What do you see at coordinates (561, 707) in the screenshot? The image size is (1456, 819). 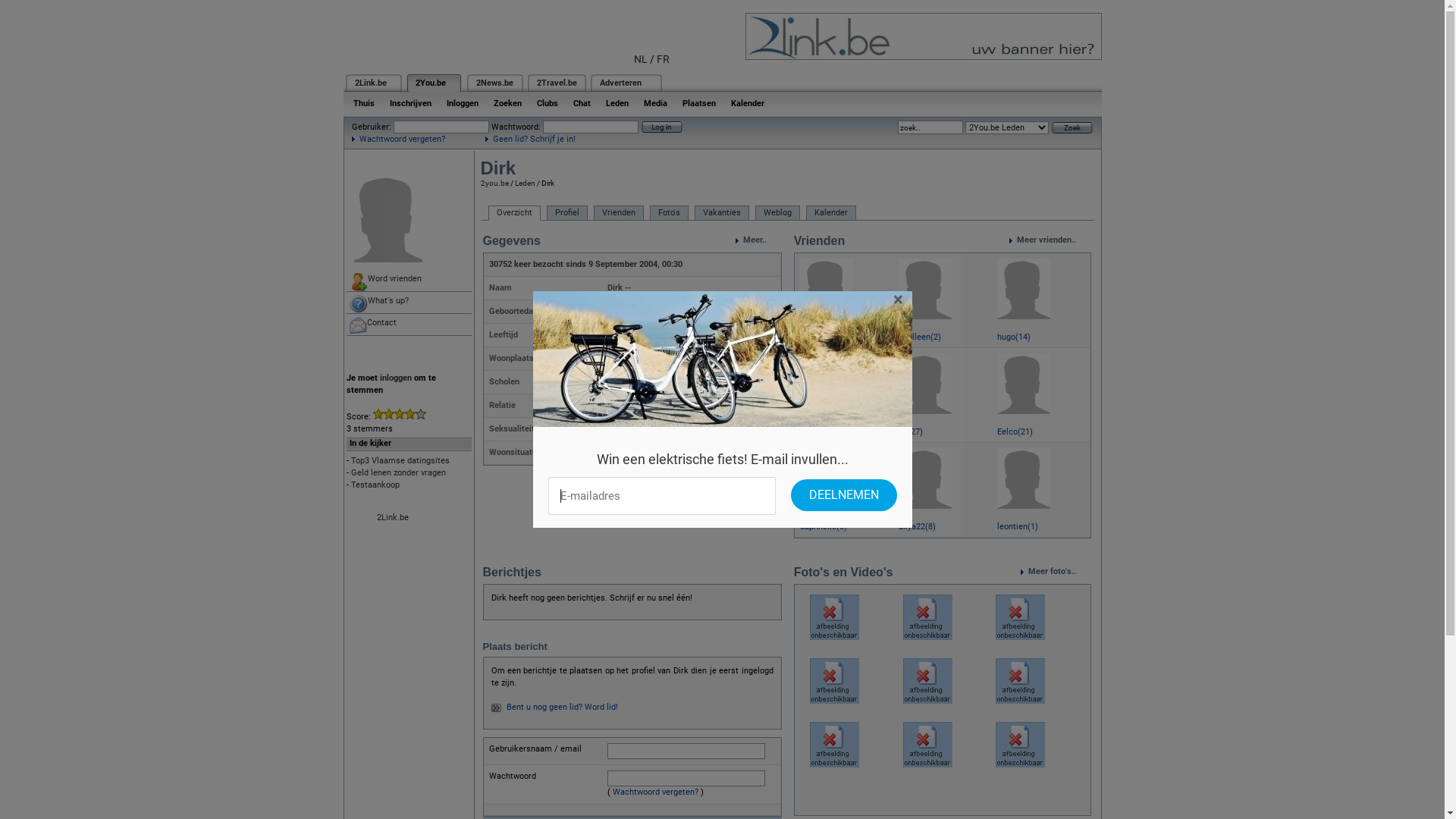 I see `'Bent u nog geen lid? Word lid!'` at bounding box center [561, 707].